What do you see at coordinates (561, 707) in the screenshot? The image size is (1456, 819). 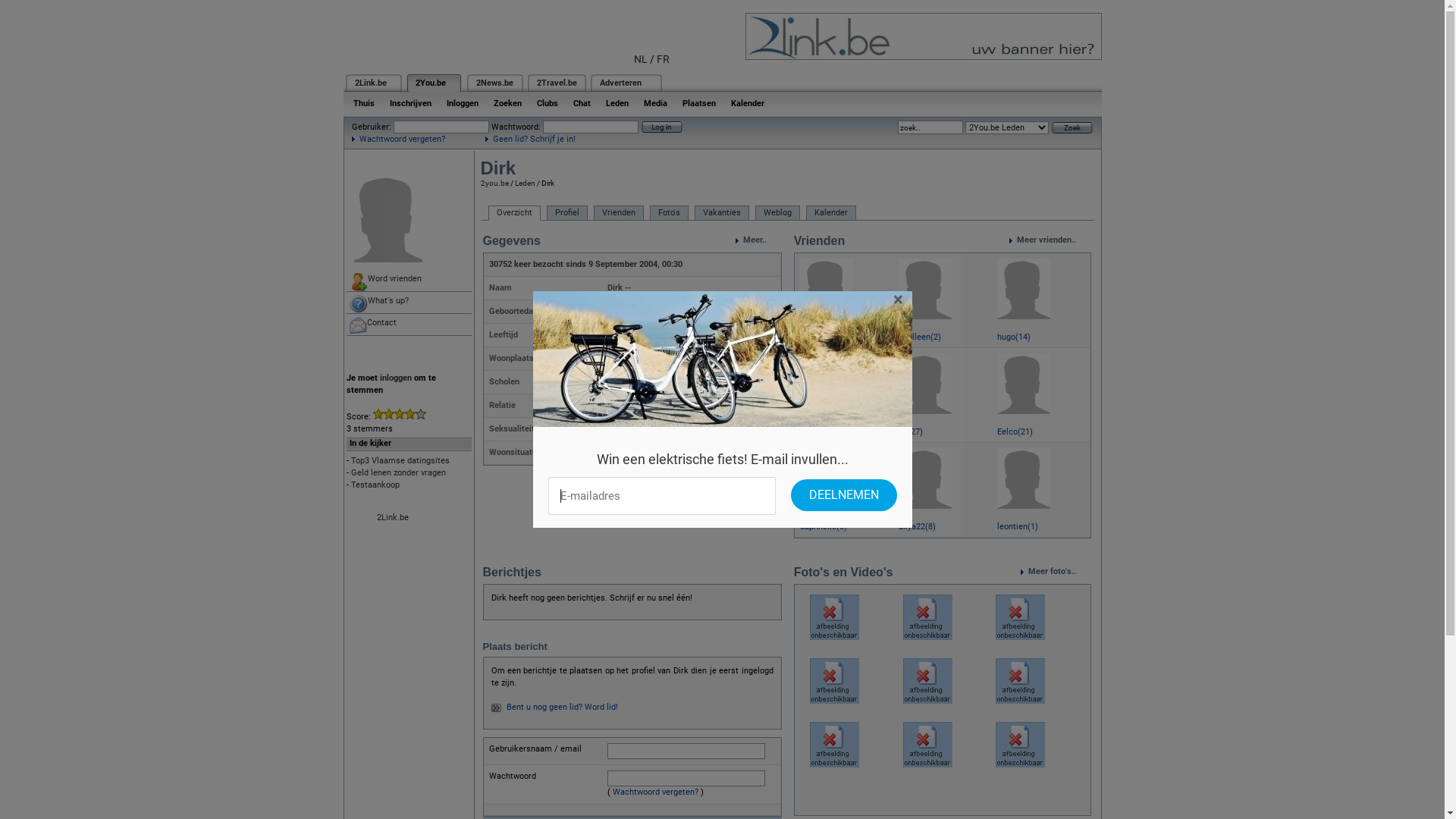 I see `'Bent u nog geen lid? Word lid!'` at bounding box center [561, 707].